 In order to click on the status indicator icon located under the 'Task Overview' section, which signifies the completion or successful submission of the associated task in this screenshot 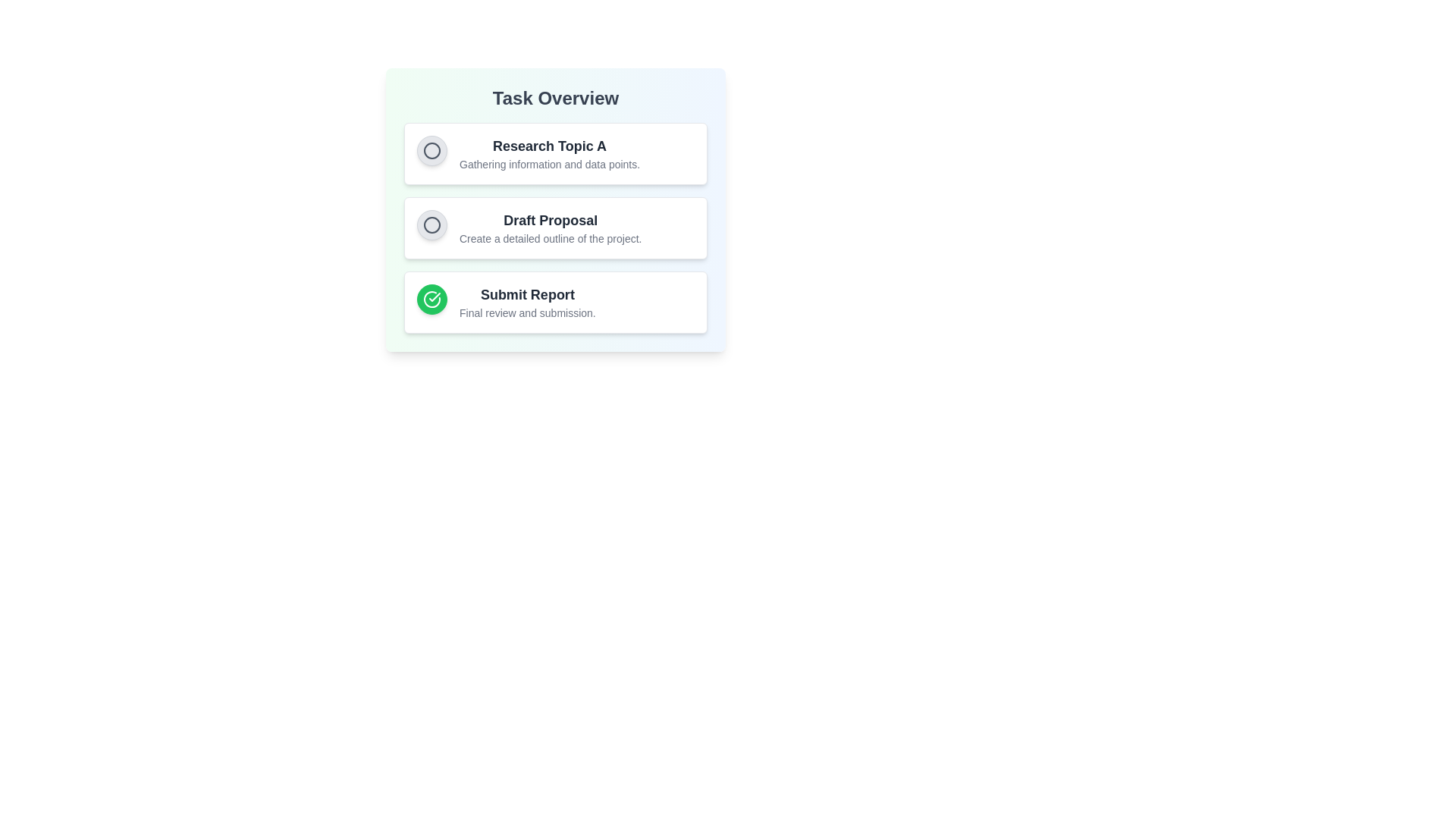, I will do `click(431, 299)`.